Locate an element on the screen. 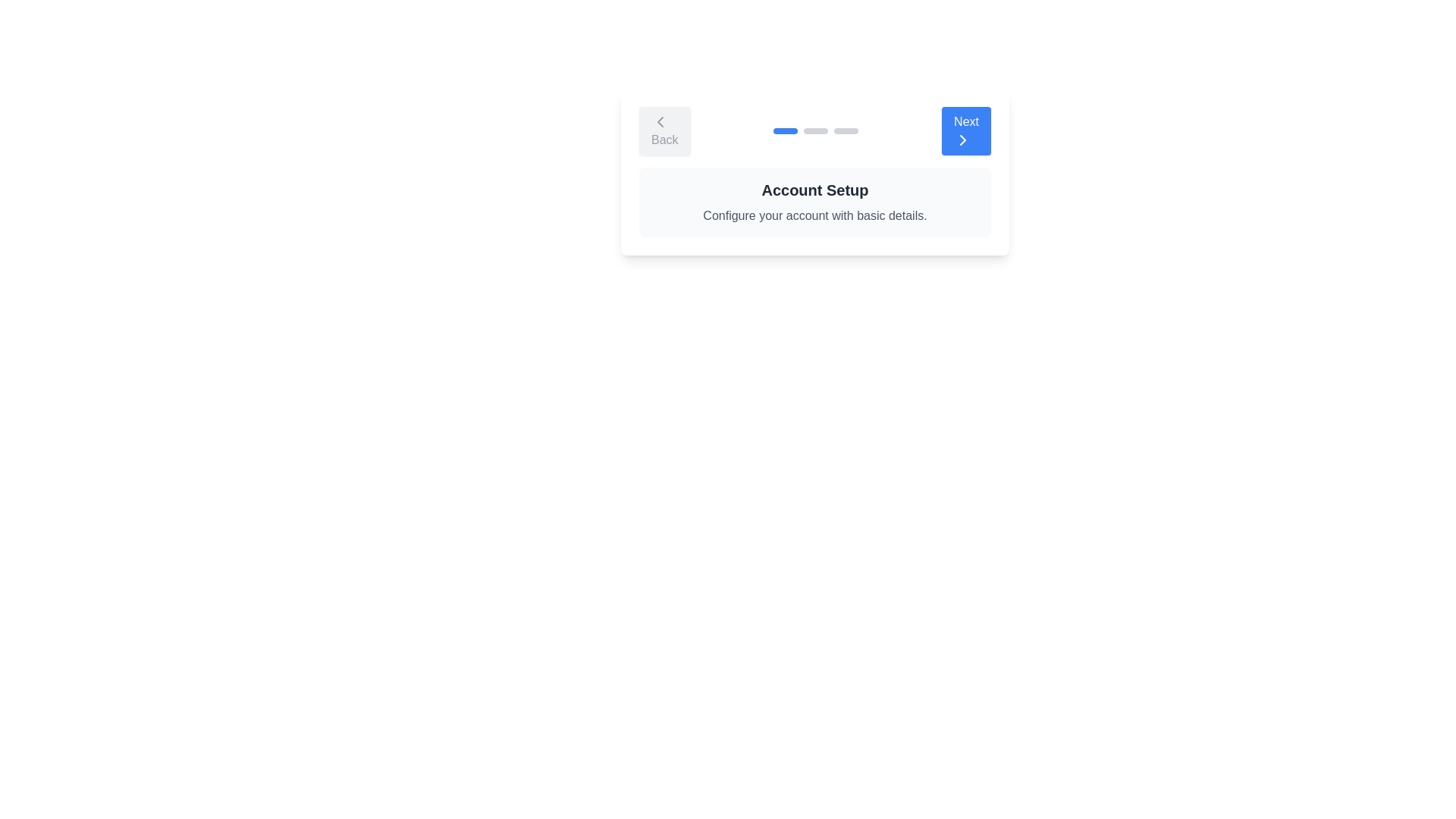 The height and width of the screenshot is (819, 1456). the 'Next' button to navigate to the next step is located at coordinates (965, 130).